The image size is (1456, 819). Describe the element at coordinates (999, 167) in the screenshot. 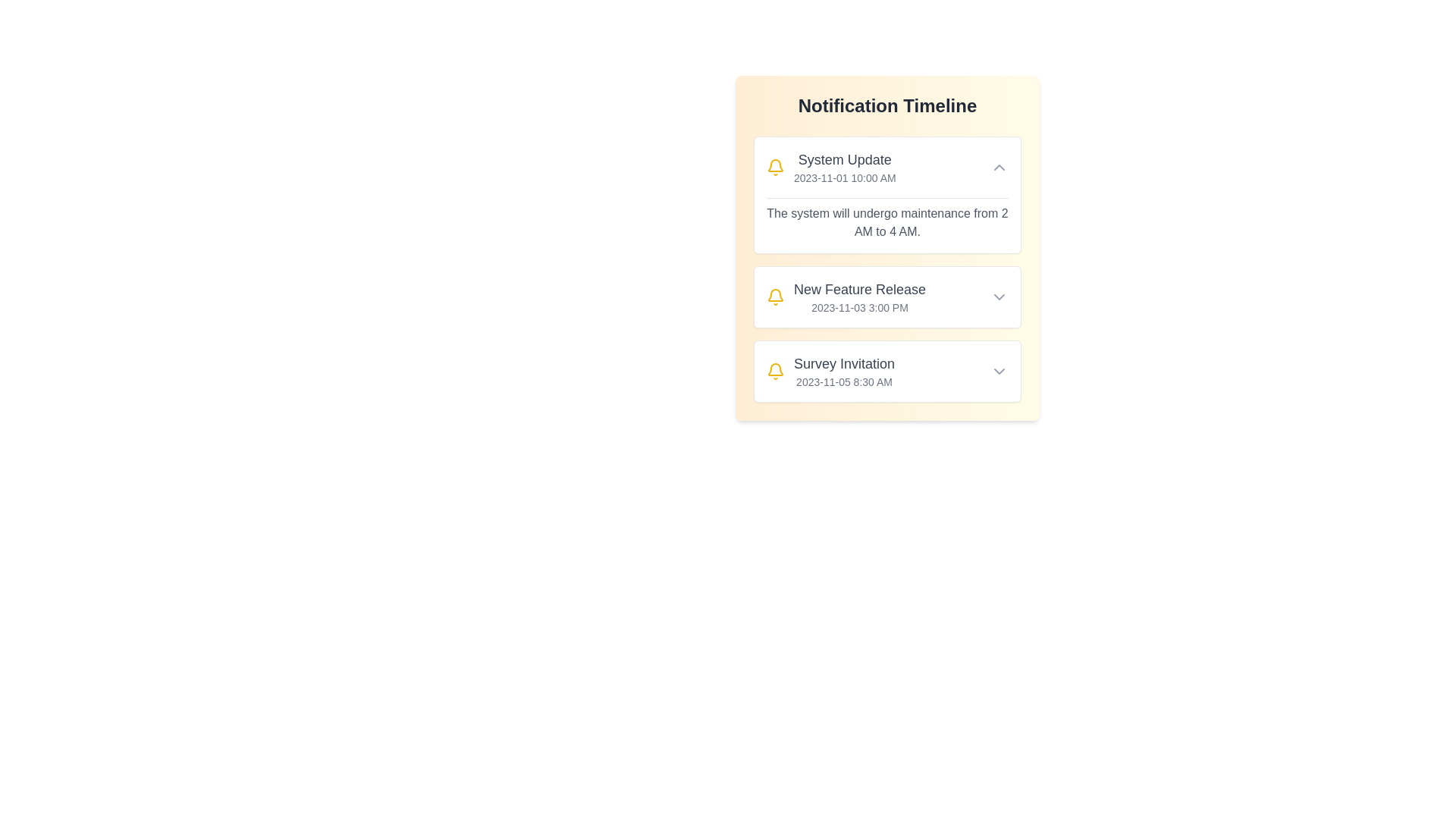

I see `the Chevron Up icon located at the top-right corner of the 'System Update' notification card for potential feedback` at that location.